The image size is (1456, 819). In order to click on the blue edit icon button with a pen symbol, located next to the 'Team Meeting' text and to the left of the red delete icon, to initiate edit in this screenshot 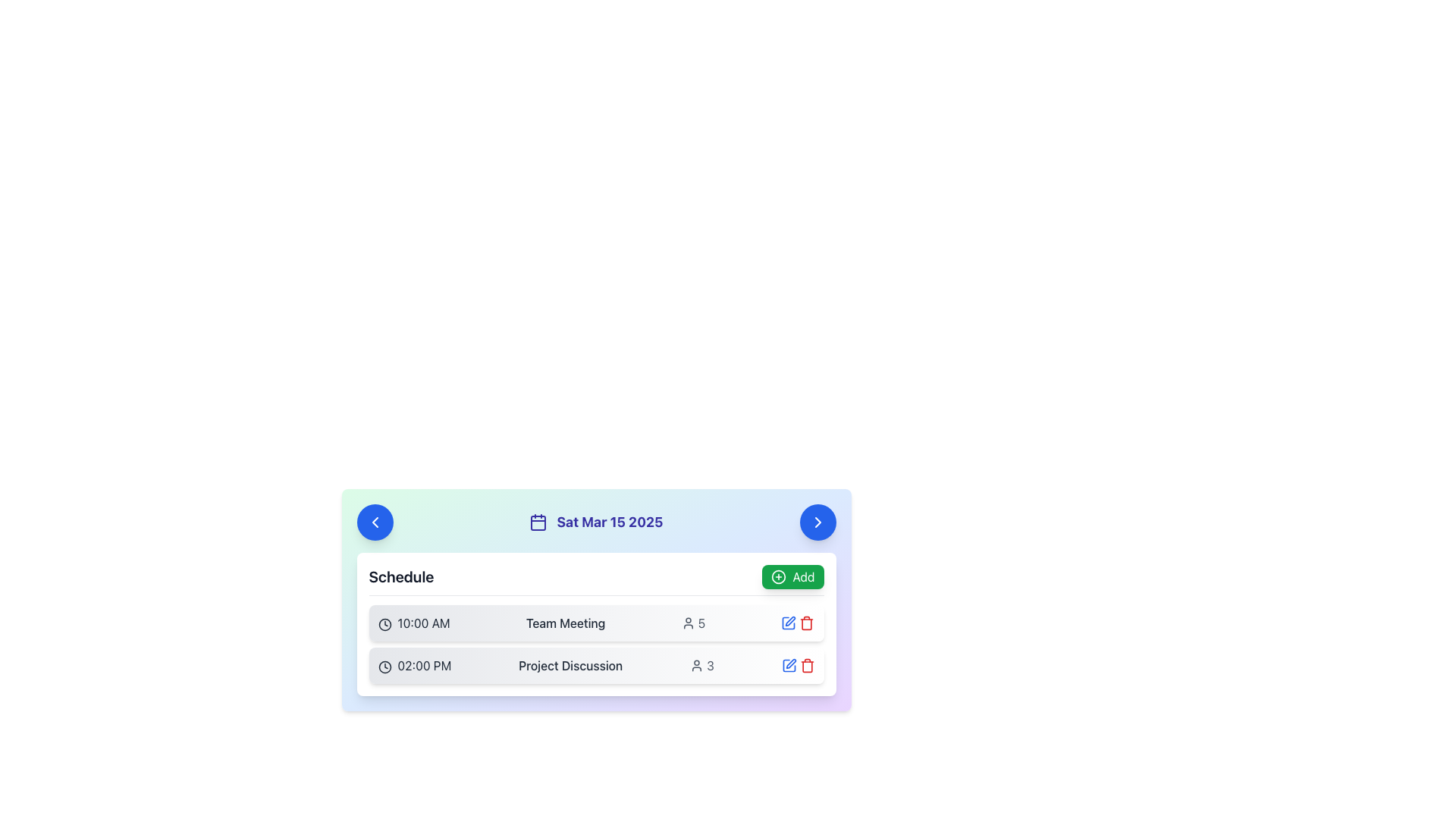, I will do `click(789, 623)`.